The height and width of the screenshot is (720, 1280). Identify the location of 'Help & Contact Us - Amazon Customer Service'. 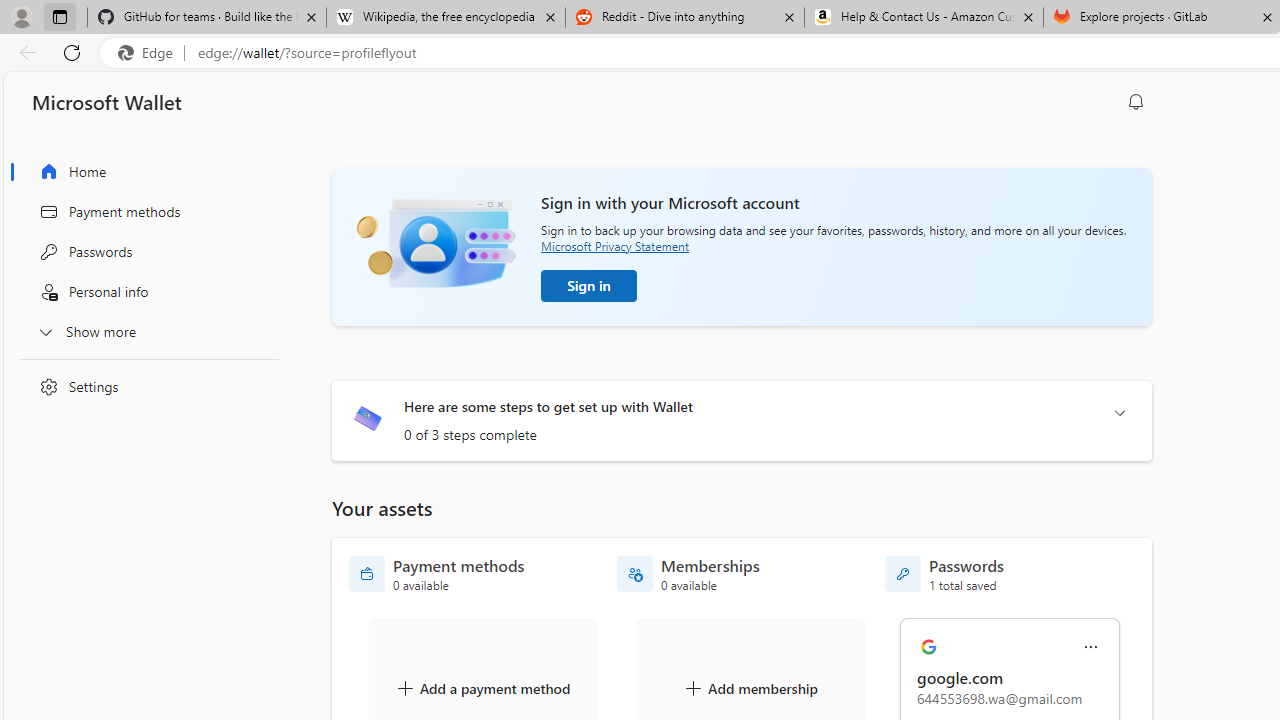
(923, 17).